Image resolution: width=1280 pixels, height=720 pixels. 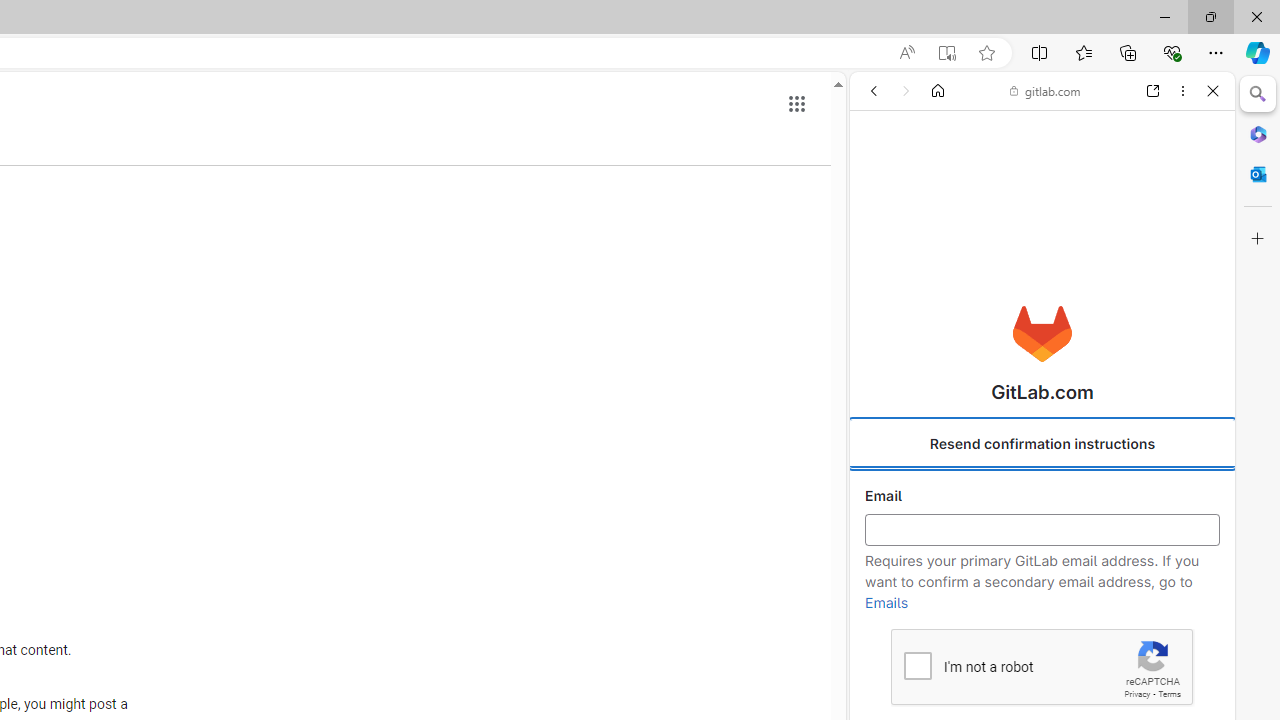 I want to click on 'This site scope', so click(x=935, y=180).